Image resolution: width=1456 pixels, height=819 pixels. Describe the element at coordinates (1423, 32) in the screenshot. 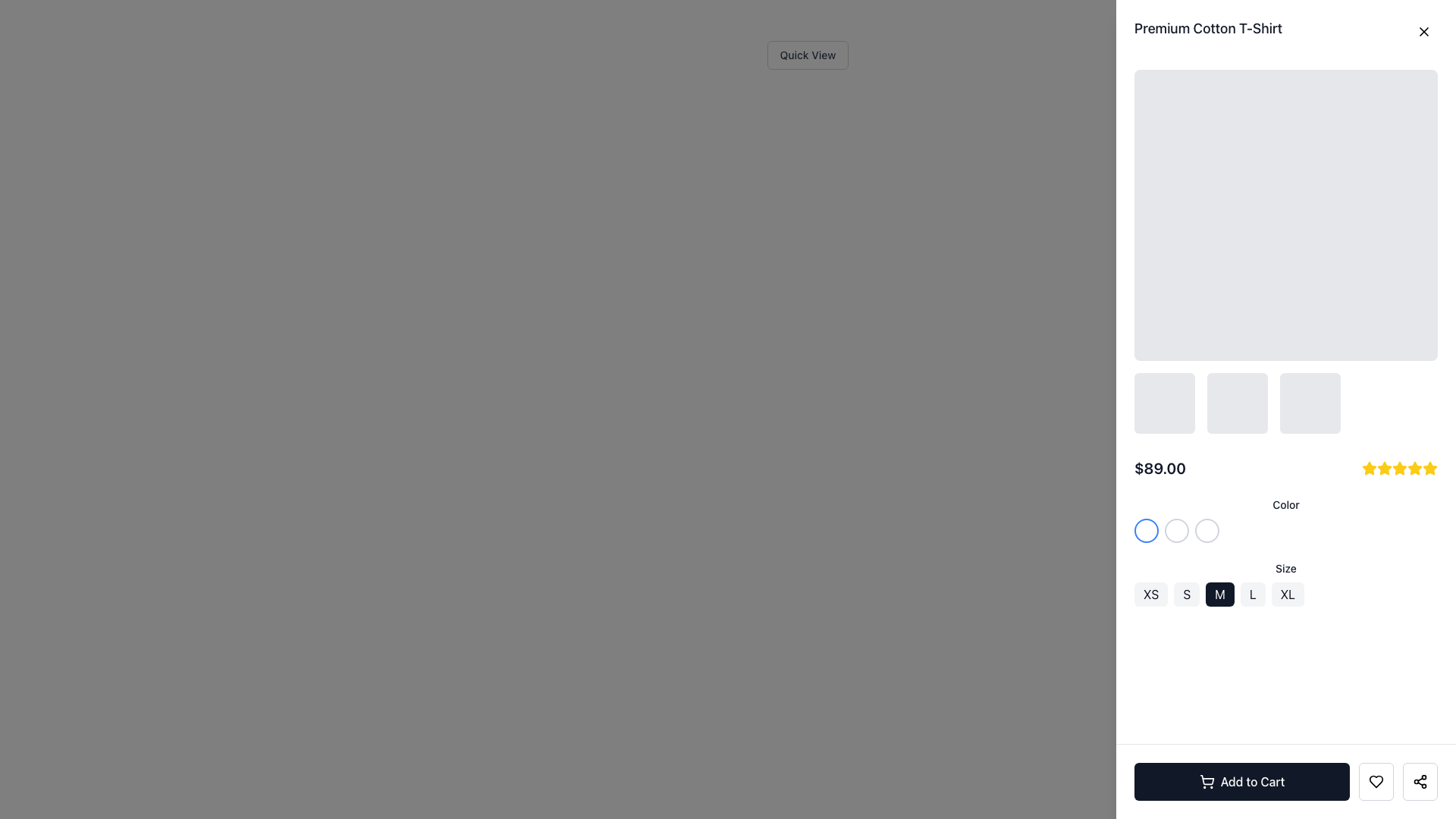

I see `the 'X' shaped icon located at the top-right corner of the product description panel, adjacent to the title 'Premium Cotton T-Shirt'` at that location.